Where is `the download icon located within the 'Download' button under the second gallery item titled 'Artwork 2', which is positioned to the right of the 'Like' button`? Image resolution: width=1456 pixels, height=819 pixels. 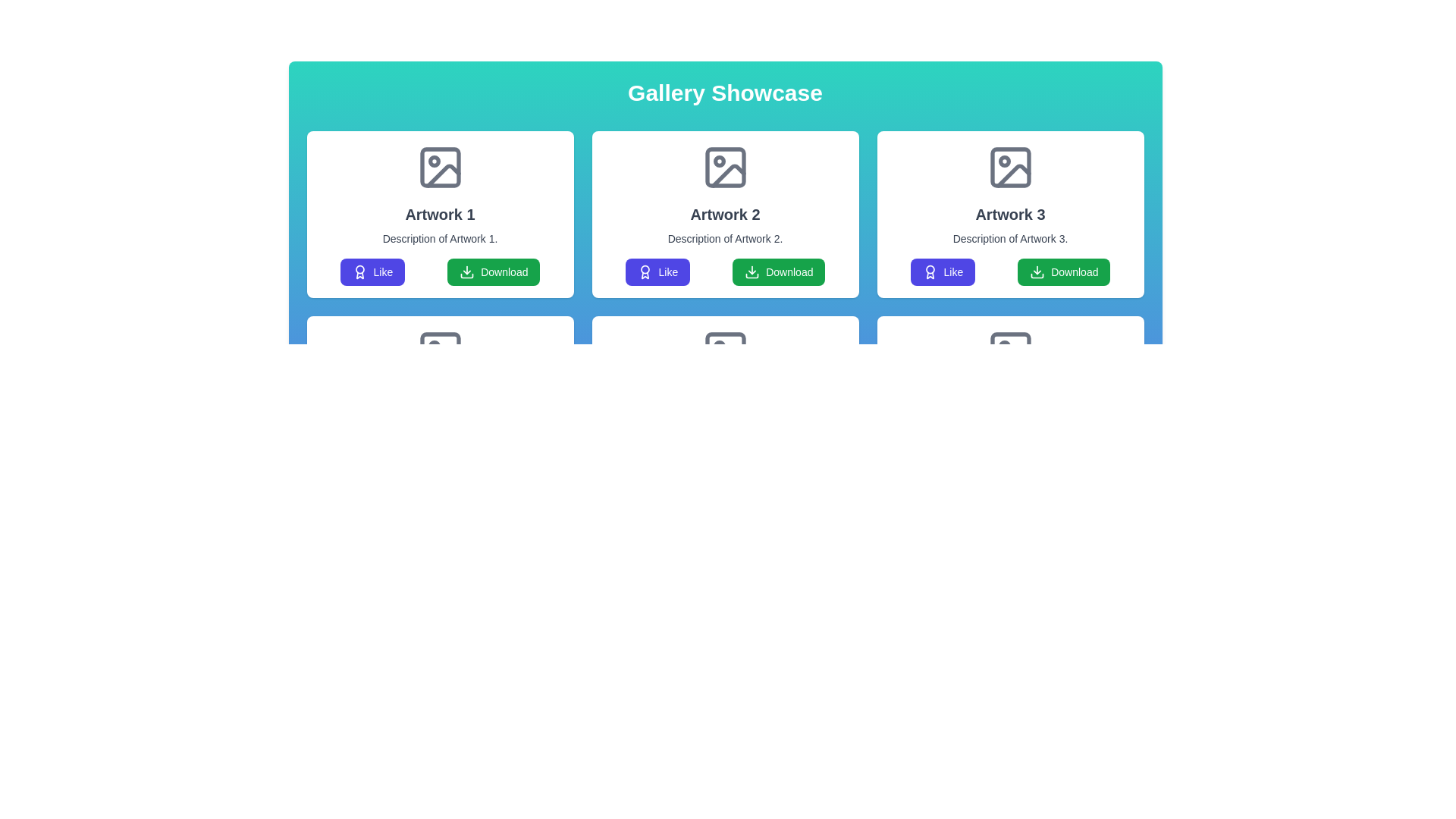
the download icon located within the 'Download' button under the second gallery item titled 'Artwork 2', which is positioned to the right of the 'Like' button is located at coordinates (752, 271).